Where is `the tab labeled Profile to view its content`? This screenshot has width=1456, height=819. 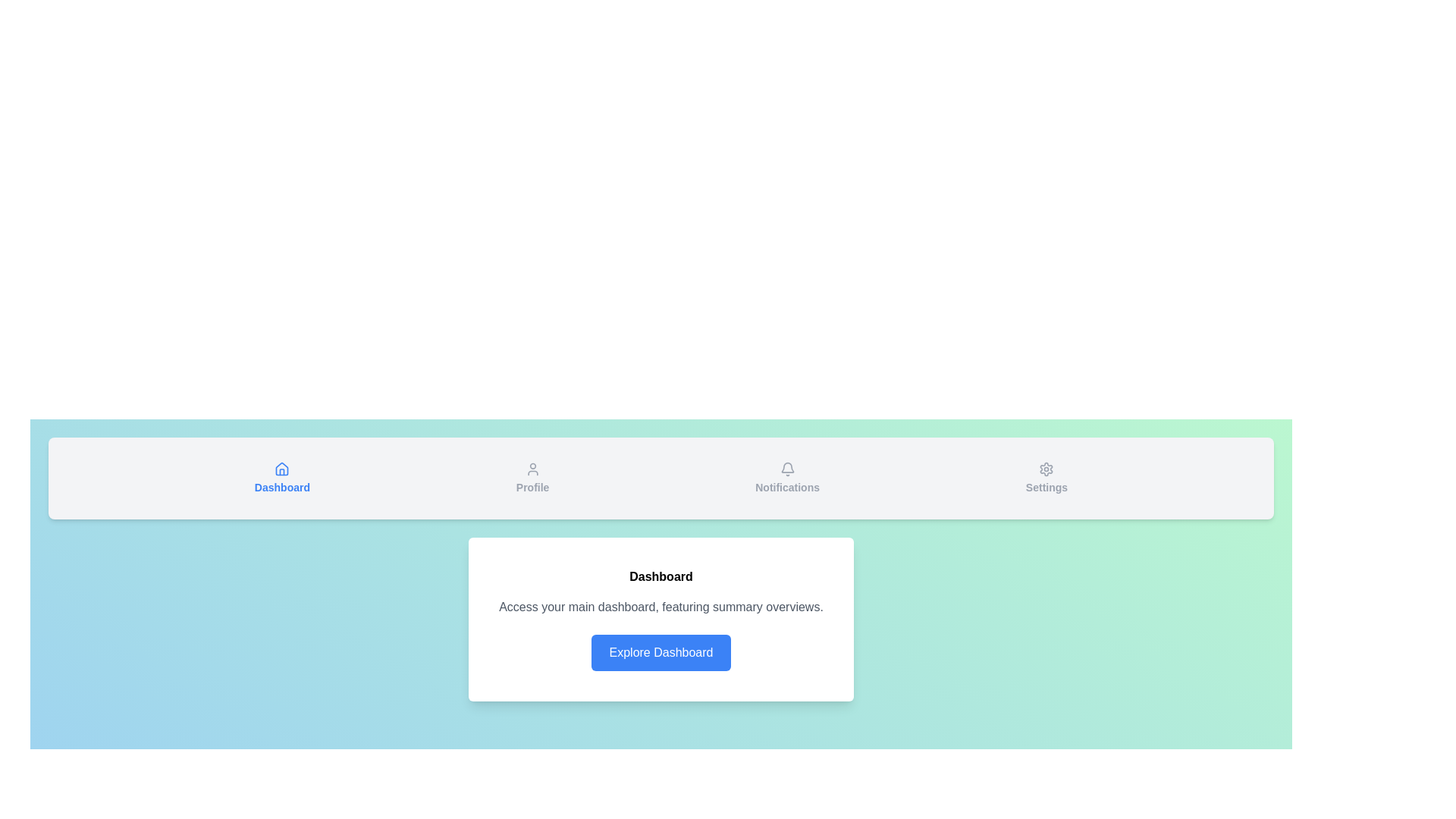 the tab labeled Profile to view its content is located at coordinates (532, 479).